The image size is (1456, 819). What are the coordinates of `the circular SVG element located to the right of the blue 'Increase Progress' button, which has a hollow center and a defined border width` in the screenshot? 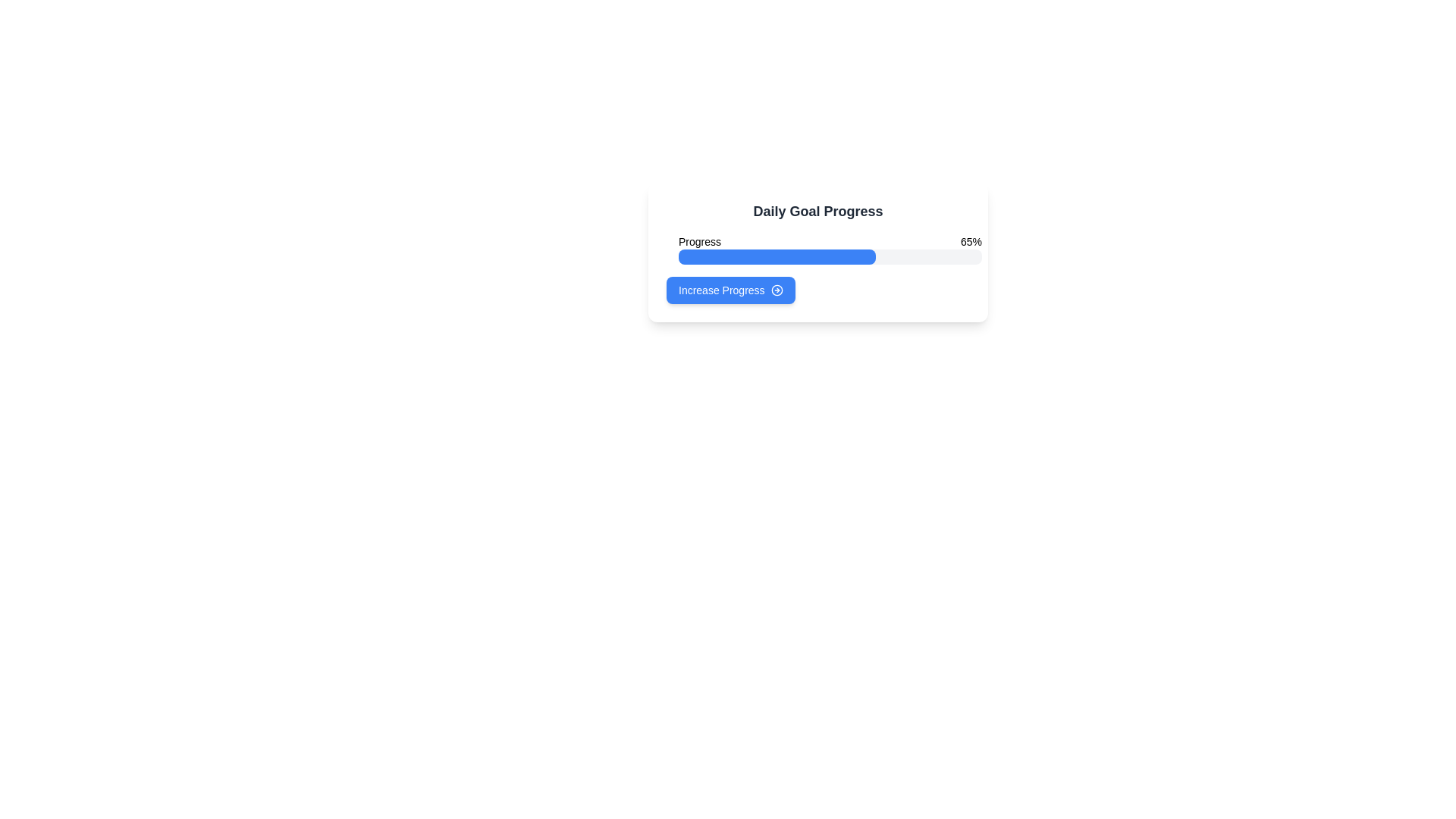 It's located at (777, 290).